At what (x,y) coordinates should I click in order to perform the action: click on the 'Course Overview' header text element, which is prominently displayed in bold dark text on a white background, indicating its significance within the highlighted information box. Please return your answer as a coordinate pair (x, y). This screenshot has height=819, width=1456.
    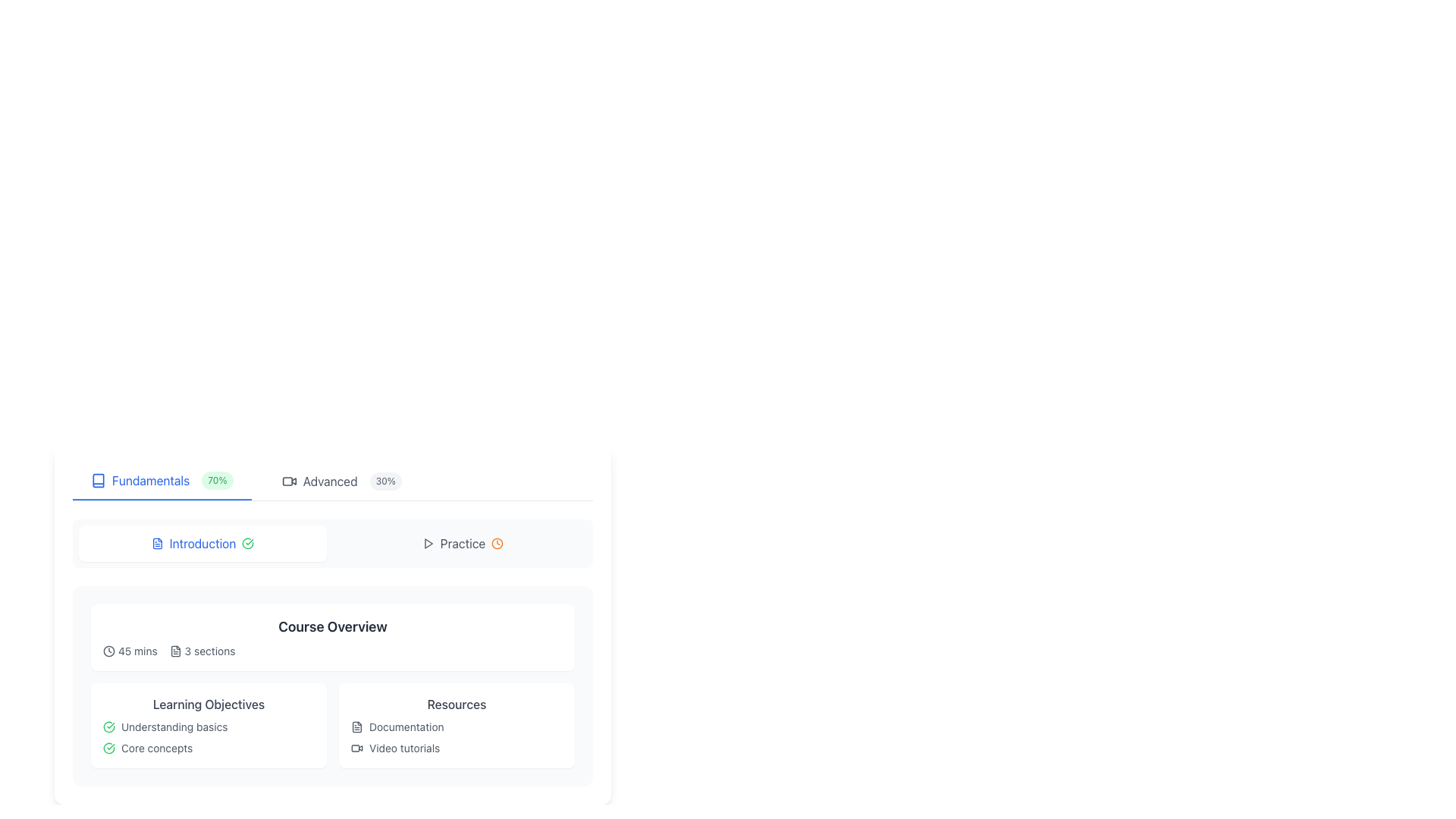
    Looking at the image, I should click on (331, 626).